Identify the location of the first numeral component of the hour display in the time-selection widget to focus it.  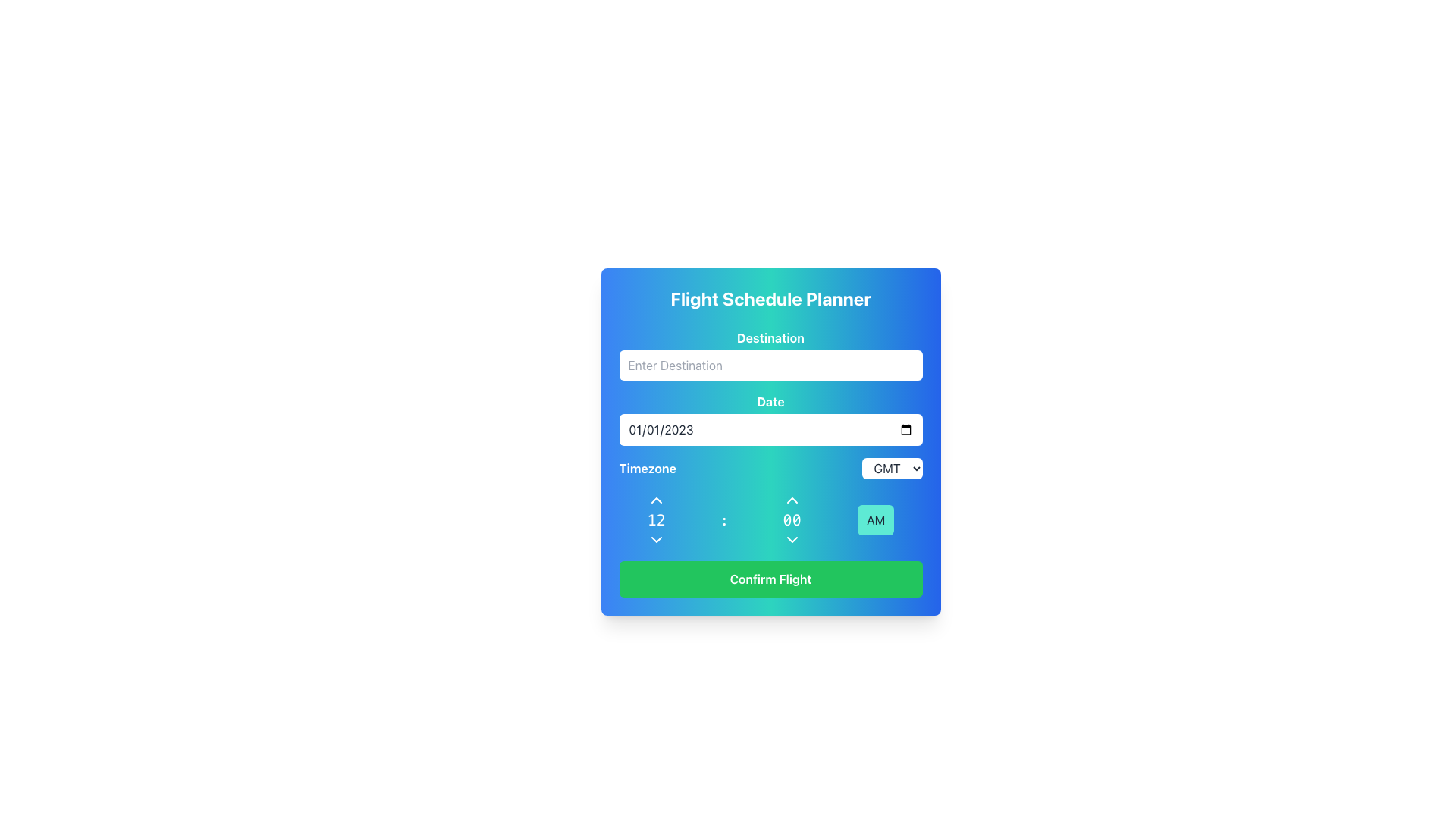
(656, 519).